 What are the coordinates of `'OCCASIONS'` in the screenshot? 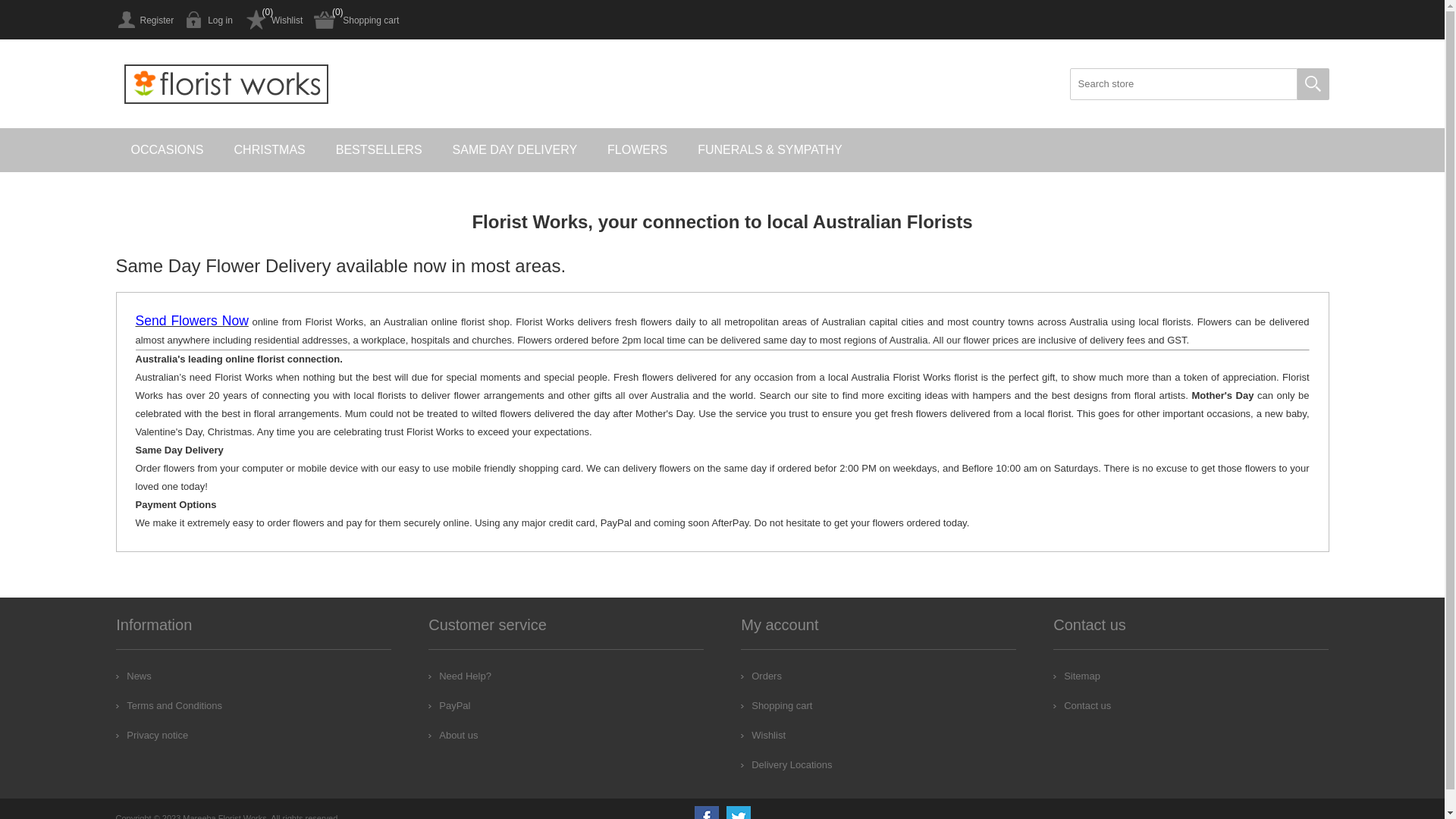 It's located at (167, 149).